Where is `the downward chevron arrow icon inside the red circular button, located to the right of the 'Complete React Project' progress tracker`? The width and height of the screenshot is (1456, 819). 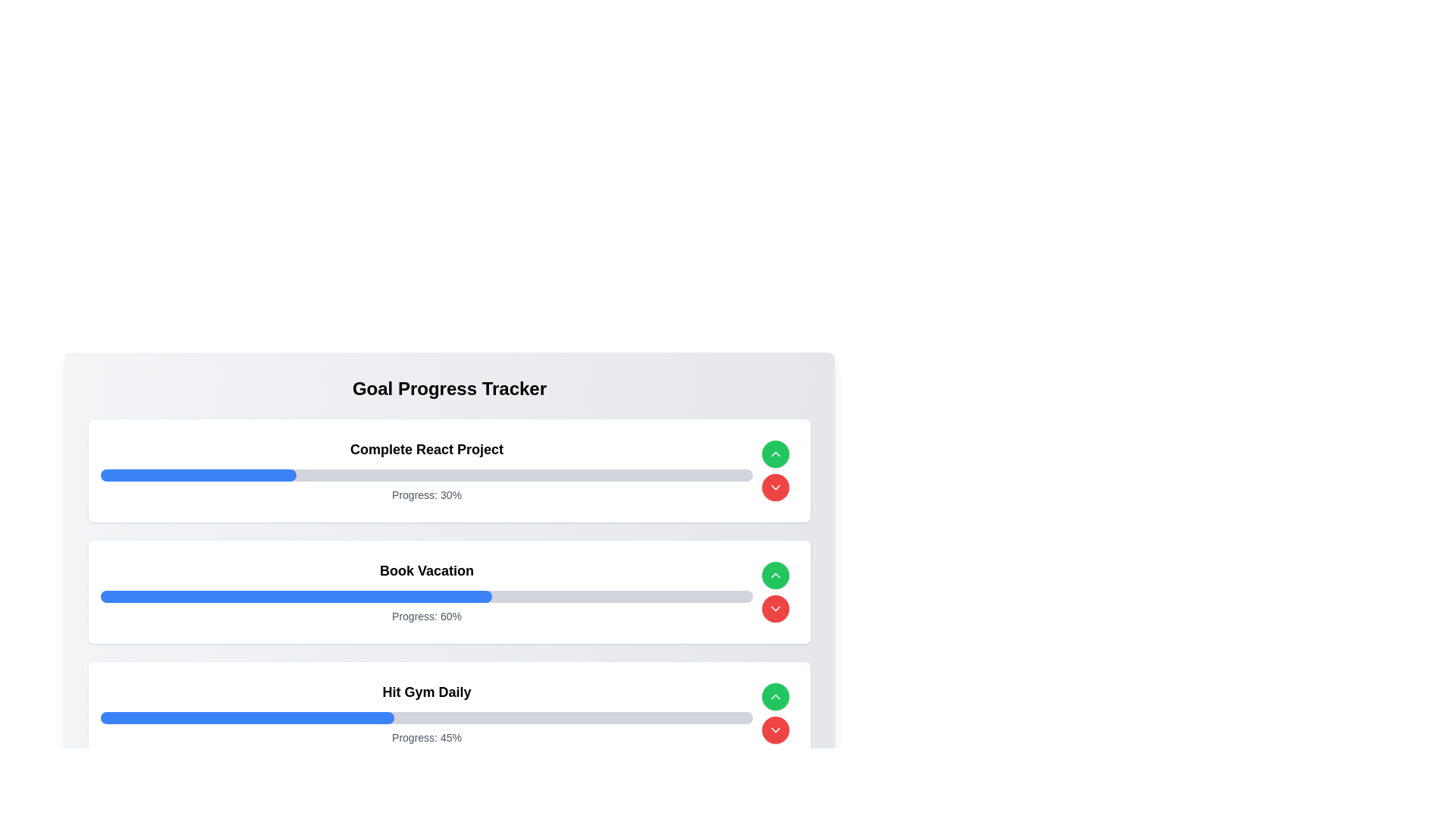
the downward chevron arrow icon inside the red circular button, located to the right of the 'Complete React Project' progress tracker is located at coordinates (775, 730).